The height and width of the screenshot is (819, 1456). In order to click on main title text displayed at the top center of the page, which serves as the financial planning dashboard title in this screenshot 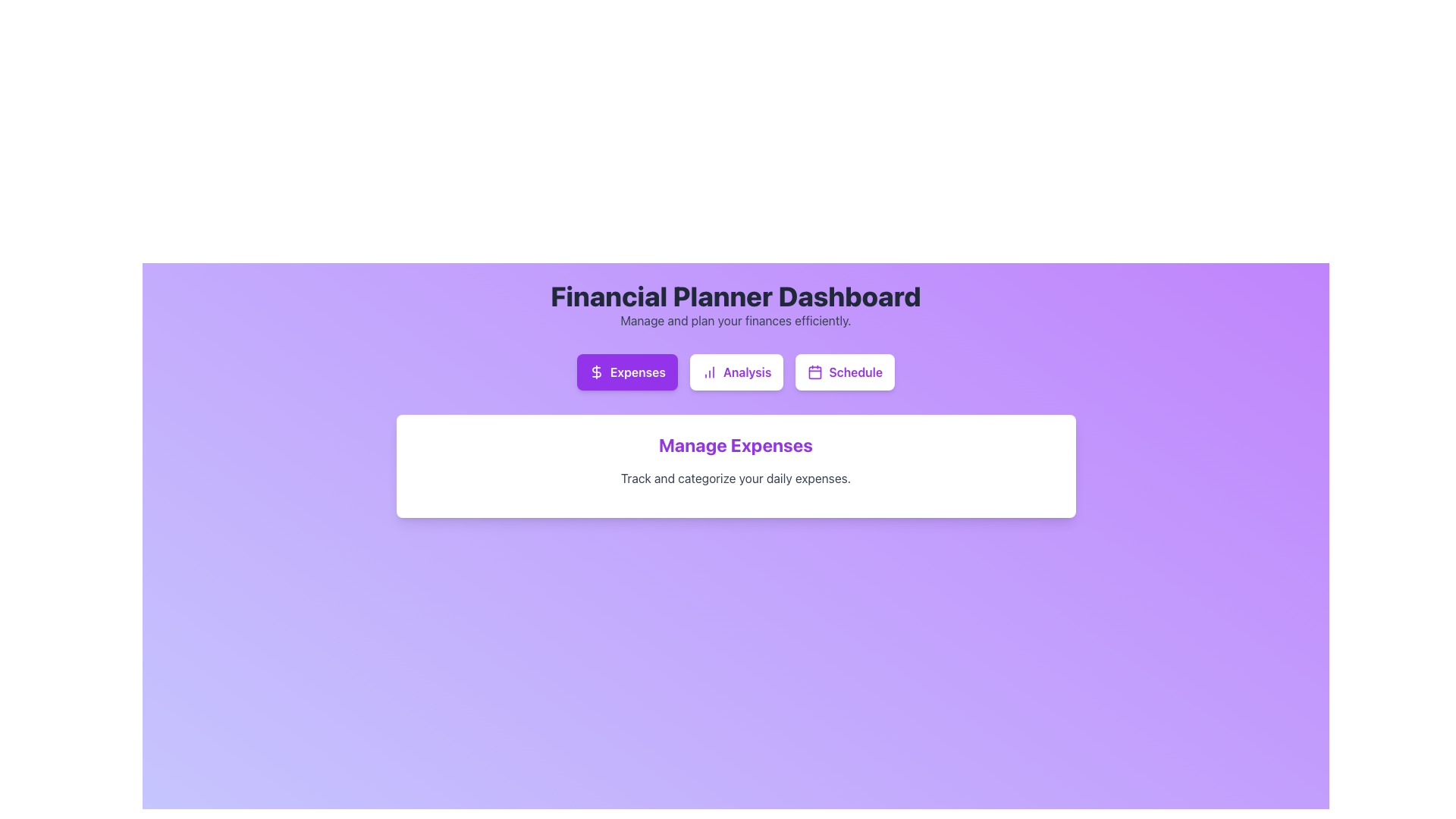, I will do `click(736, 296)`.